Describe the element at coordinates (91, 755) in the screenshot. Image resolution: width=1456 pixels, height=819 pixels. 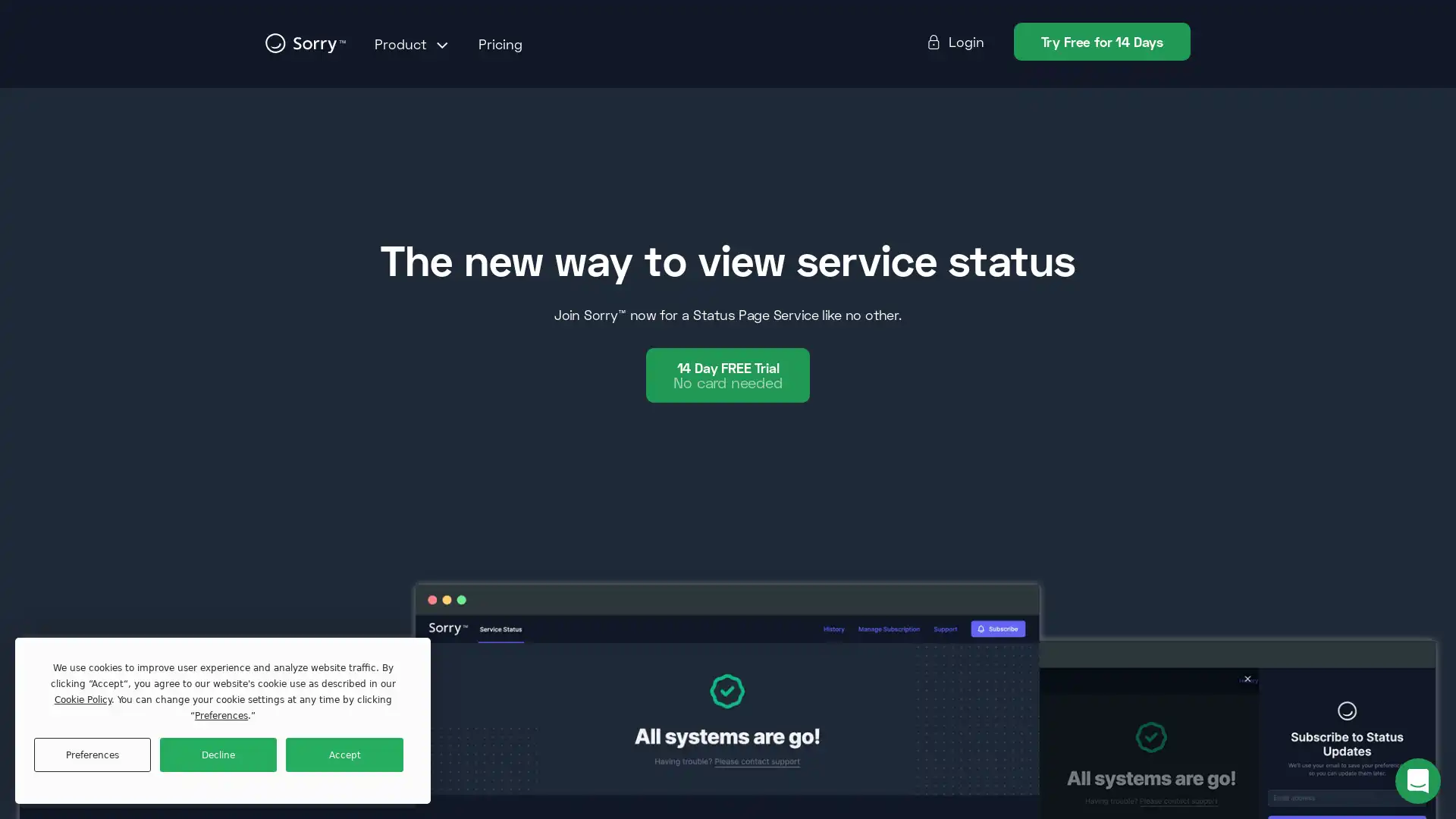
I see `Preferences` at that location.